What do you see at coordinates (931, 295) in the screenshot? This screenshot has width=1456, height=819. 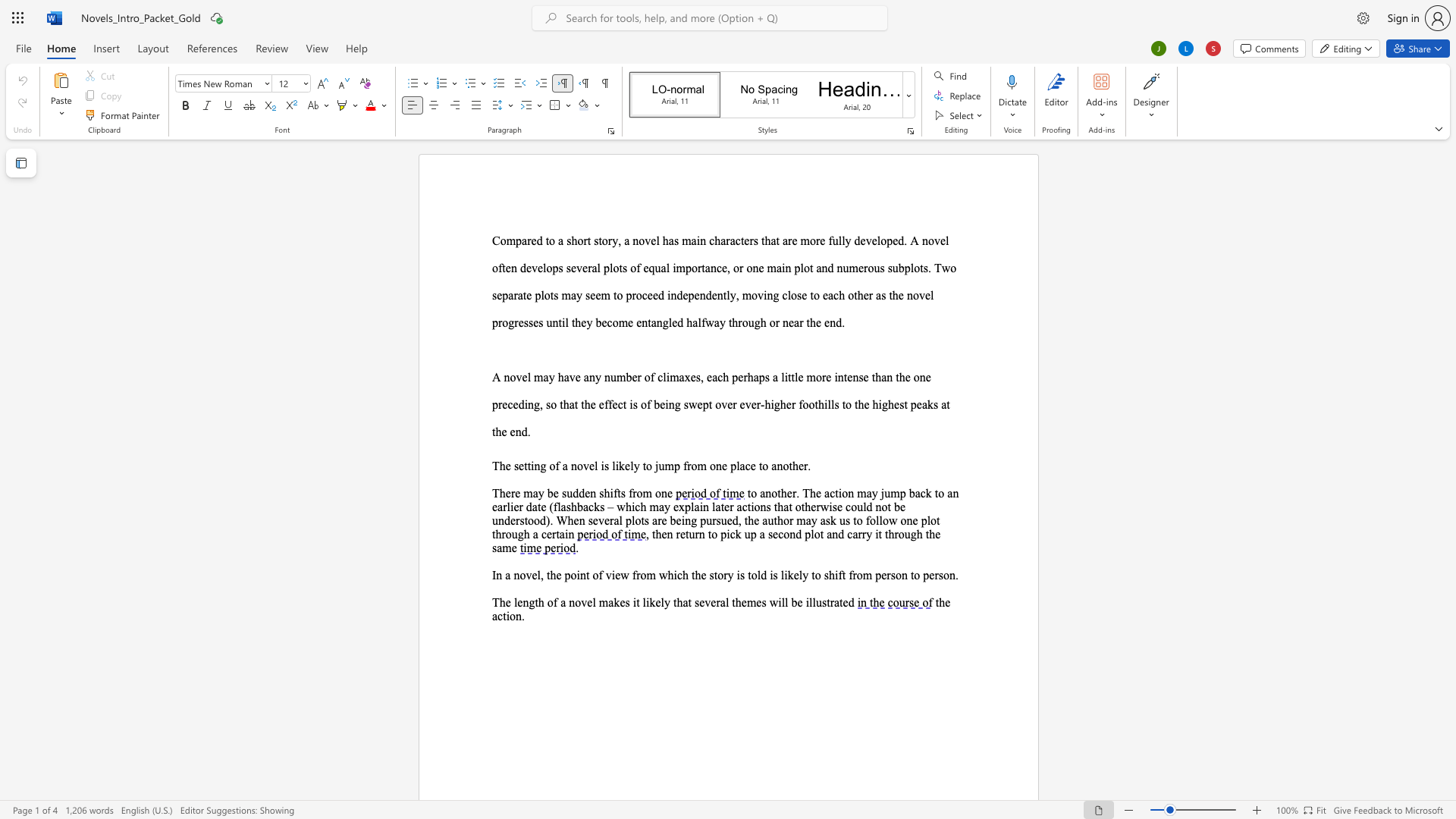 I see `the 3th character "l" in the text` at bounding box center [931, 295].